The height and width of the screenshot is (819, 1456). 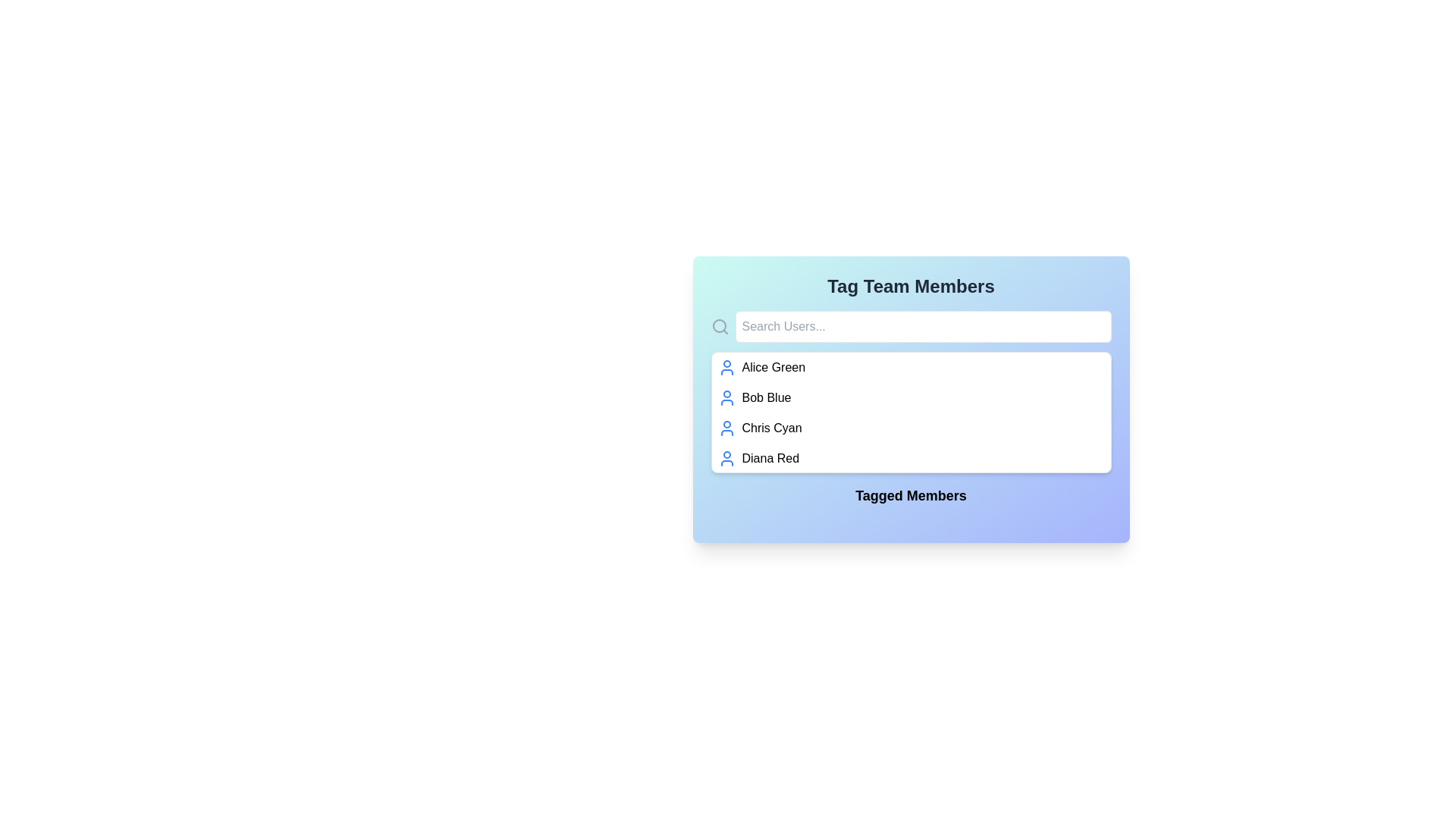 I want to click on the 'Tagged Members' header located below the list of names in the 'Tag Team Members' section, so click(x=910, y=499).